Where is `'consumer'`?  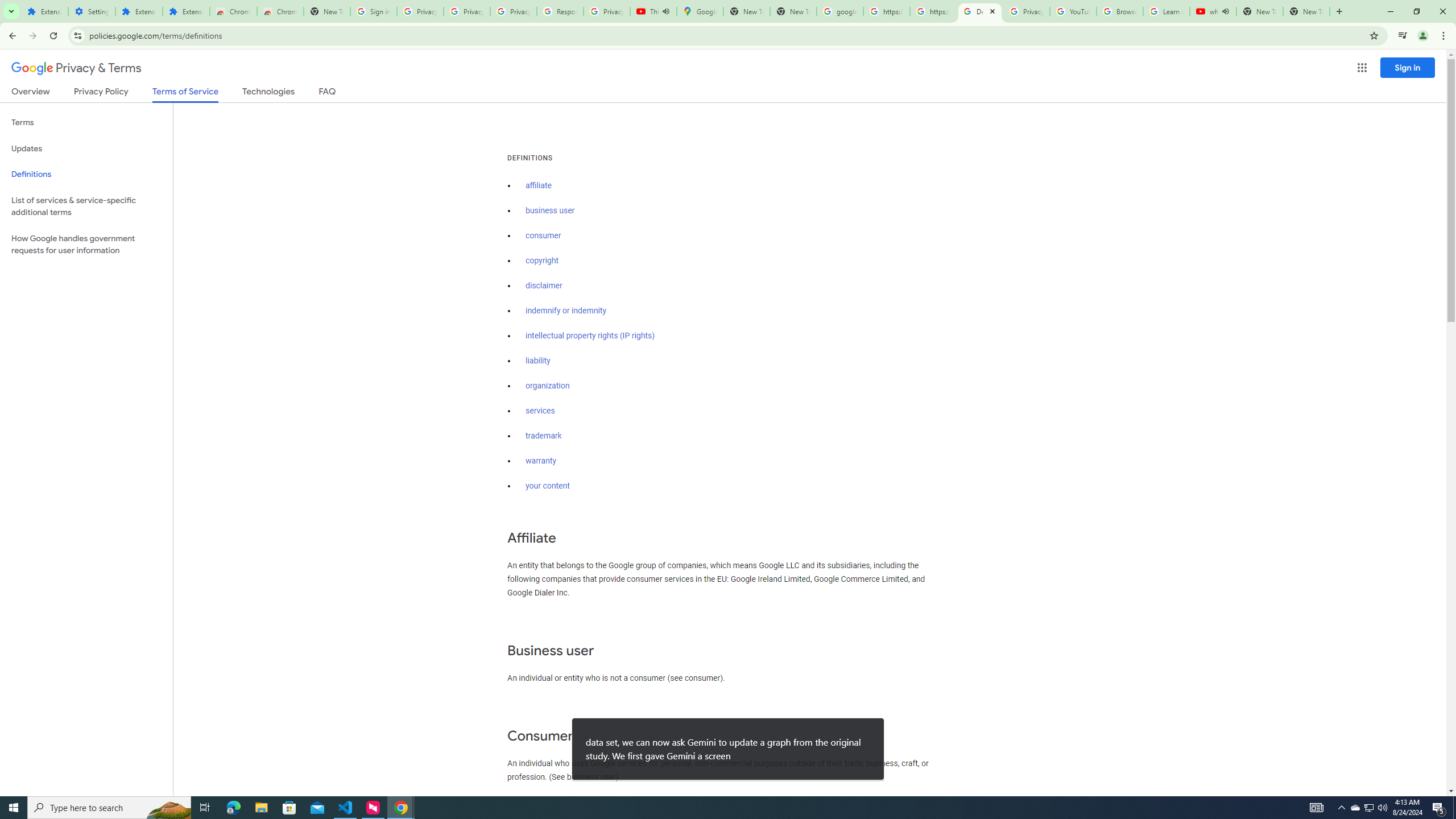
'consumer' is located at coordinates (543, 235).